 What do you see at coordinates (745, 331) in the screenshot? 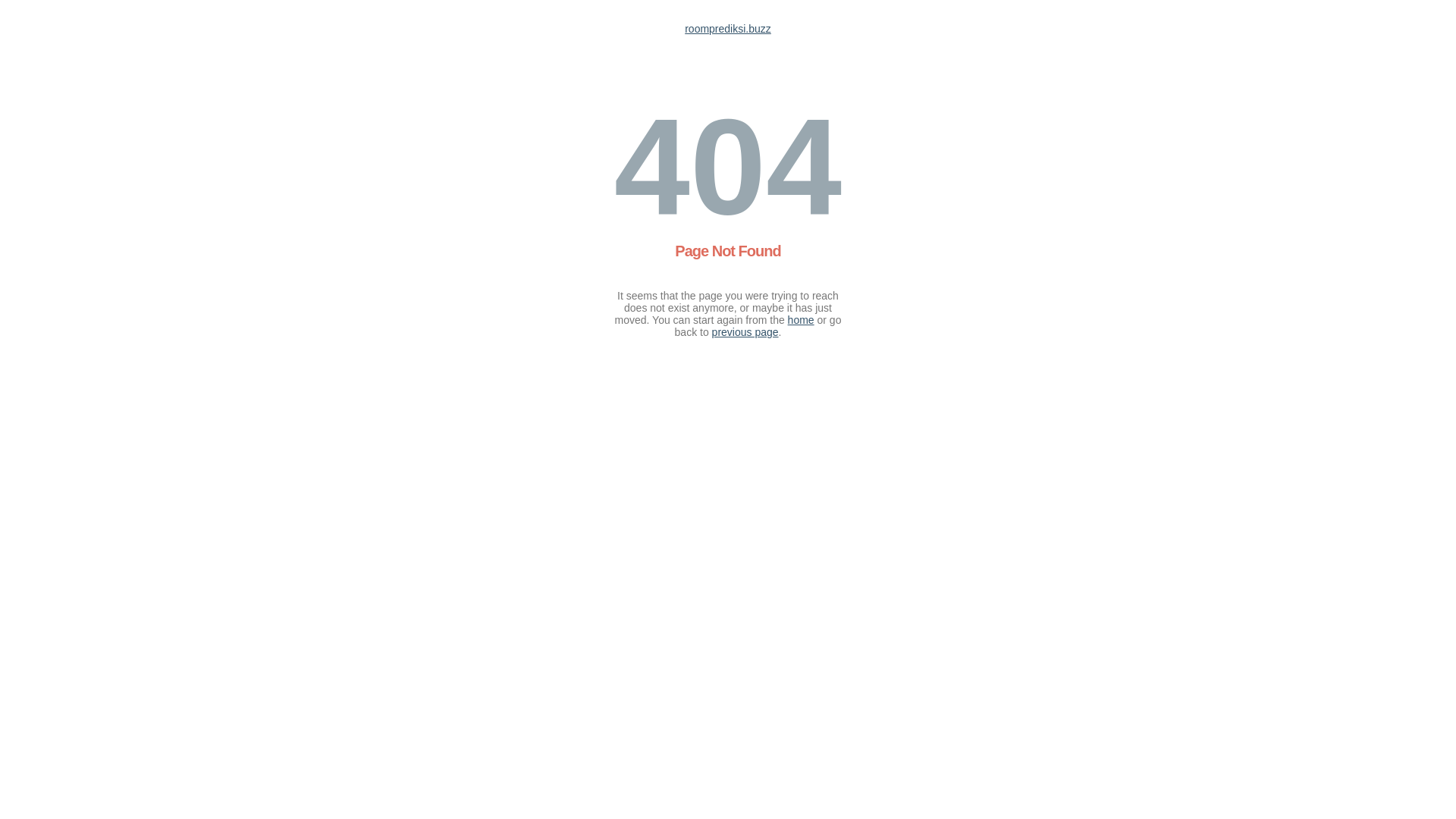
I see `'previous page'` at bounding box center [745, 331].